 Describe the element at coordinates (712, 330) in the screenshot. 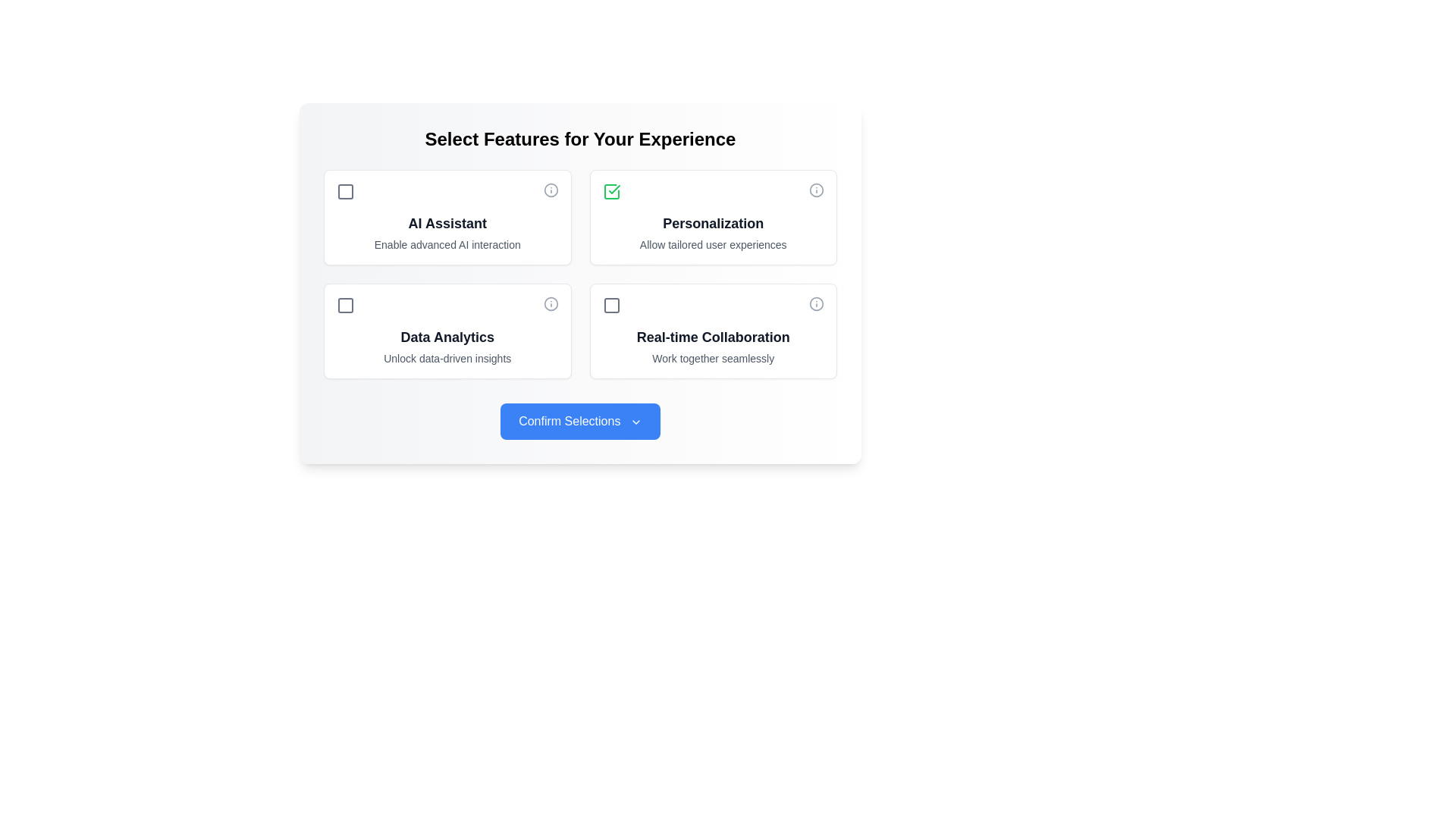

I see `the checkbox for the 'Real-time Collaboration' option located in the bottom-right cell of the grid` at that location.